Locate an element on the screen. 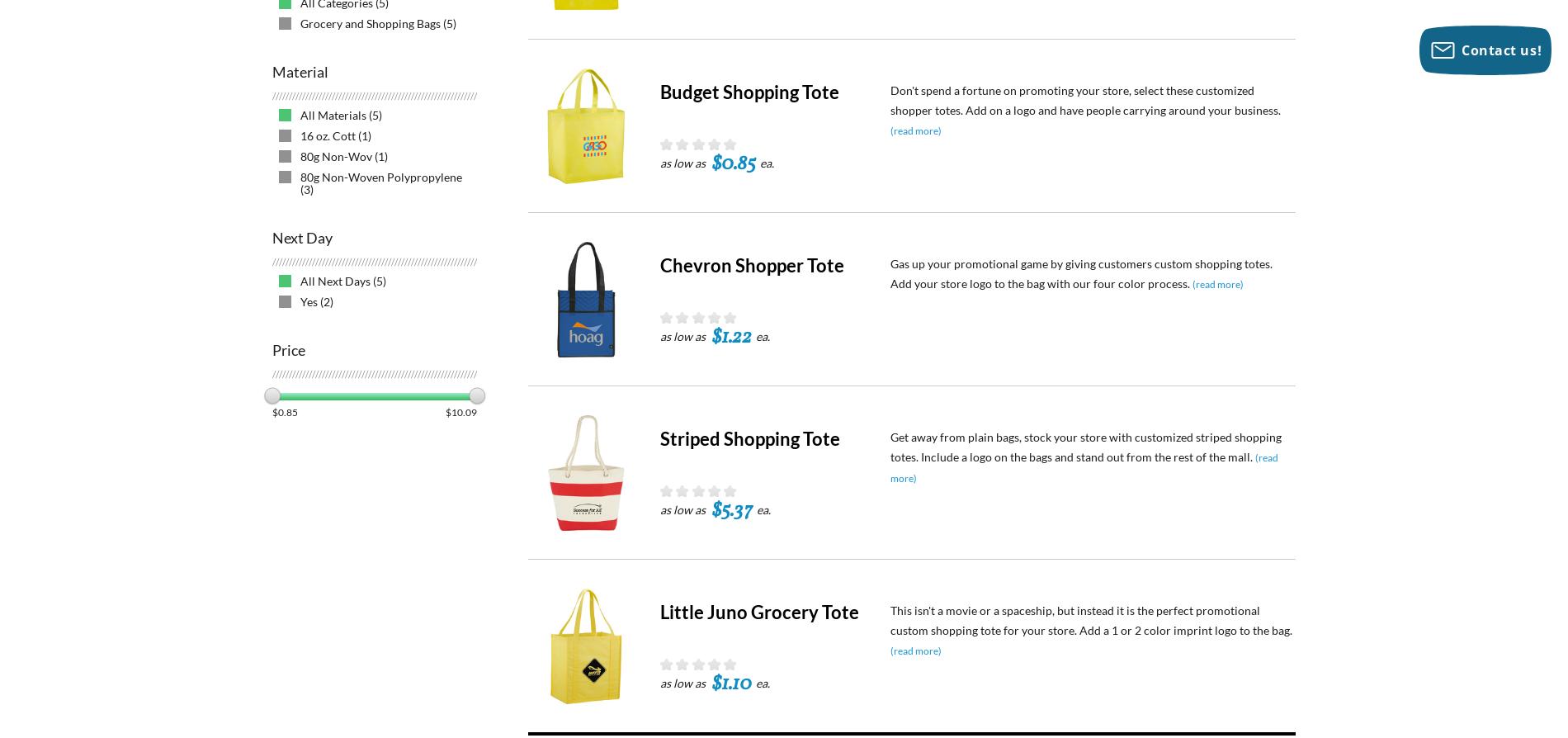 This screenshot has width=1568, height=738. '80g Non-Woven Polypropylene (3)' is located at coordinates (380, 182).